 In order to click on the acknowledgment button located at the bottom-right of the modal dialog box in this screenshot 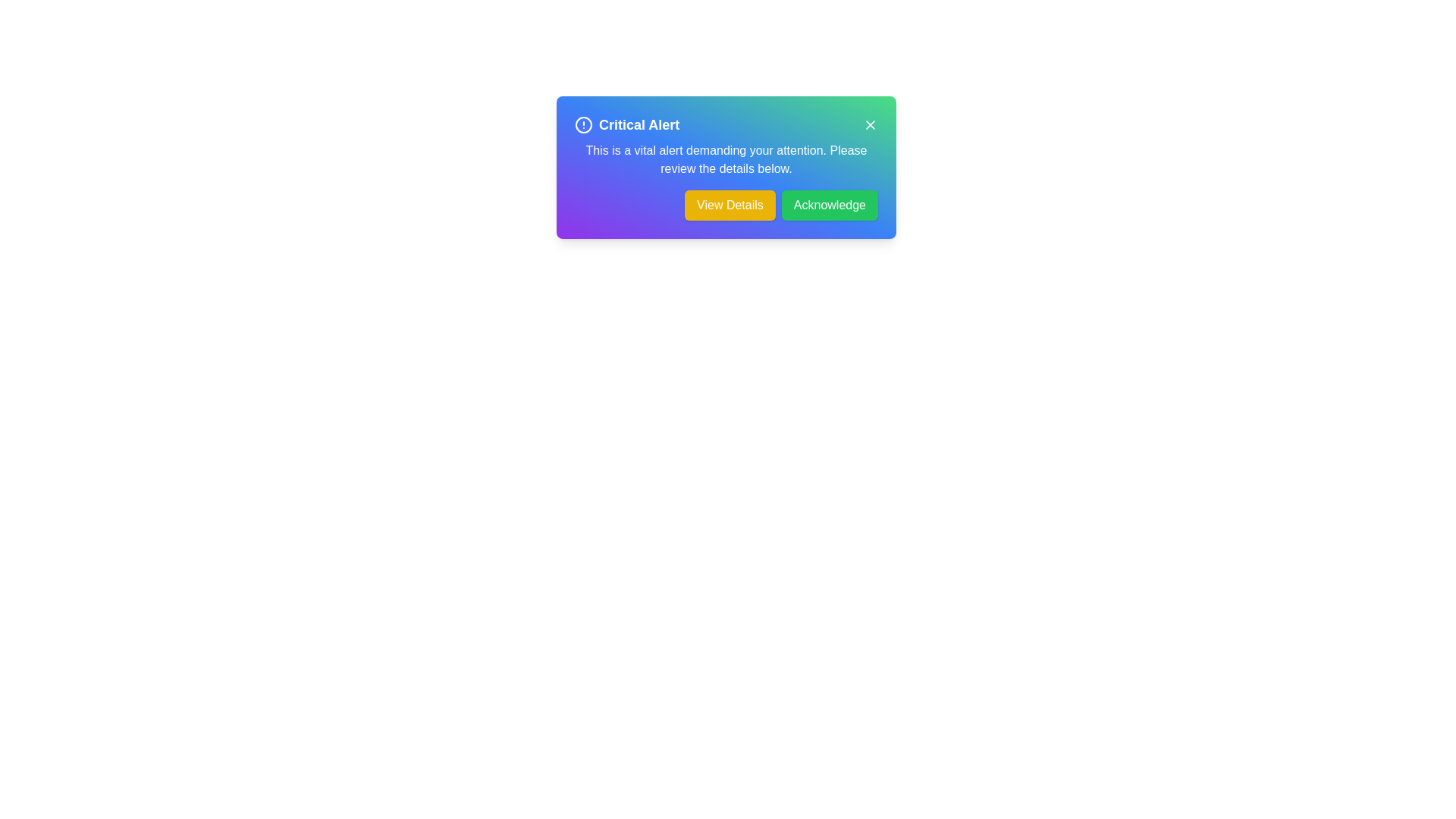, I will do `click(829, 205)`.